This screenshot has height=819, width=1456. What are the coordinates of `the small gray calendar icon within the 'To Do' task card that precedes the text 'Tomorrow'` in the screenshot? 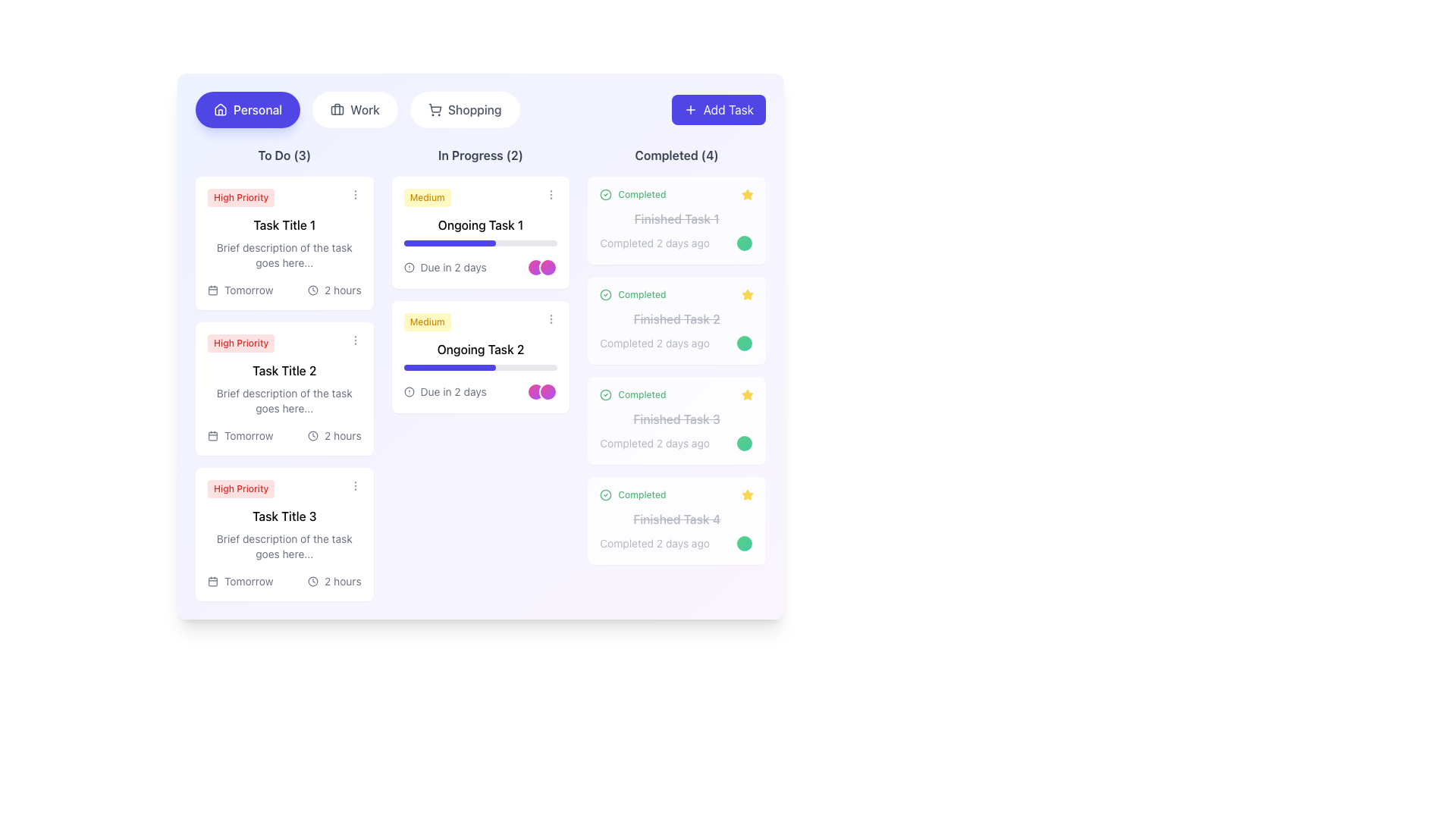 It's located at (212, 435).